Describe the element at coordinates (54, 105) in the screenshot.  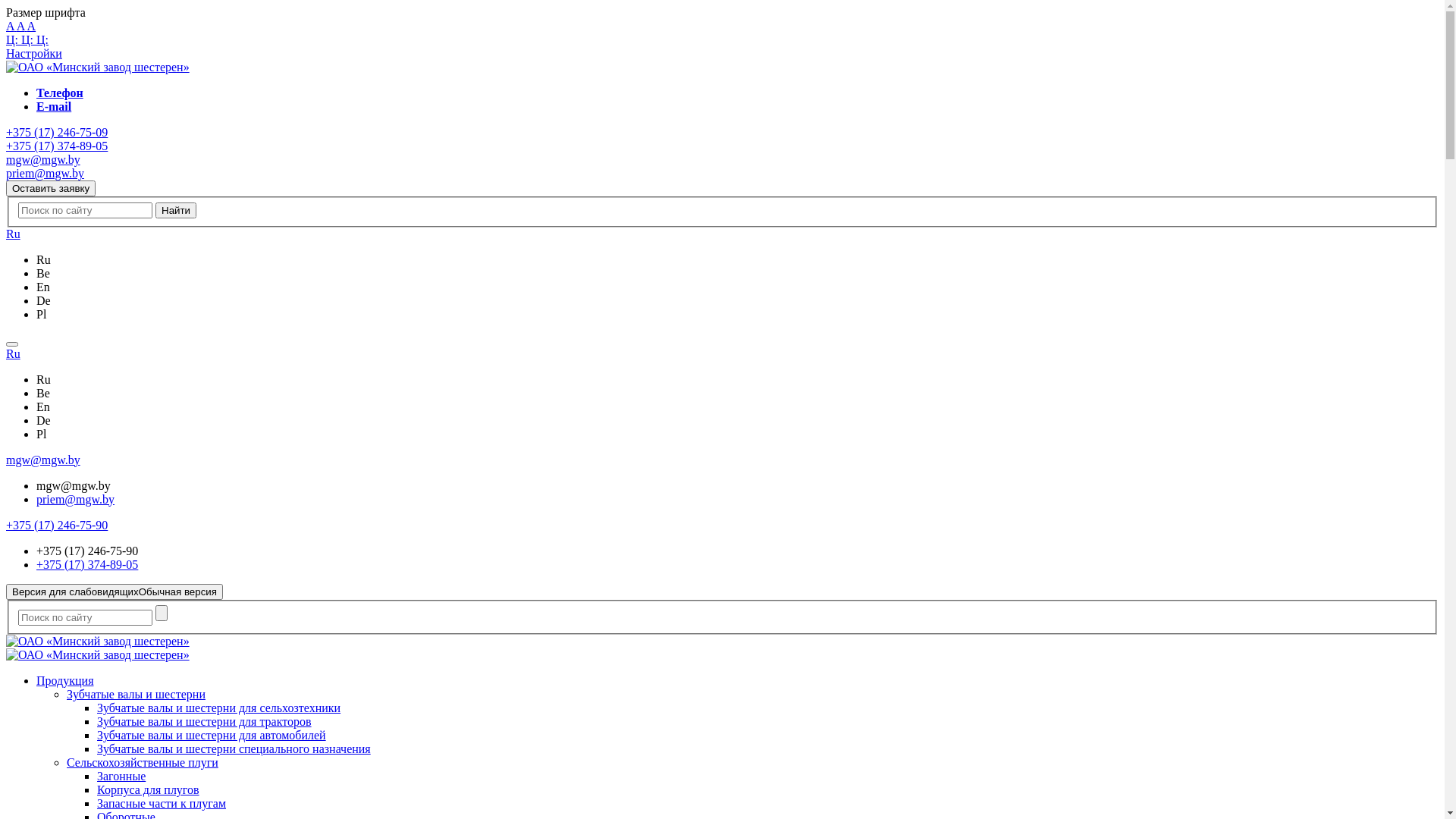
I see `'E-mail'` at that location.